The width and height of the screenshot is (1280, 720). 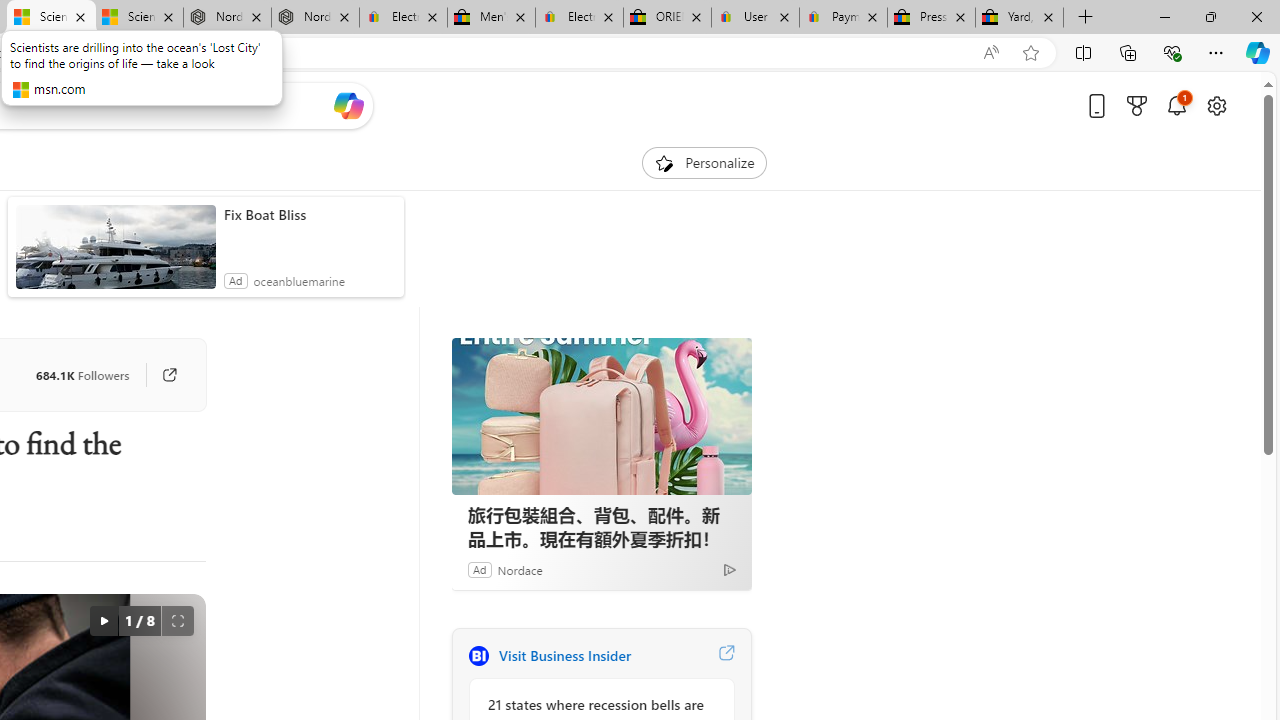 I want to click on 'Visit Business Insider website', so click(x=725, y=655).